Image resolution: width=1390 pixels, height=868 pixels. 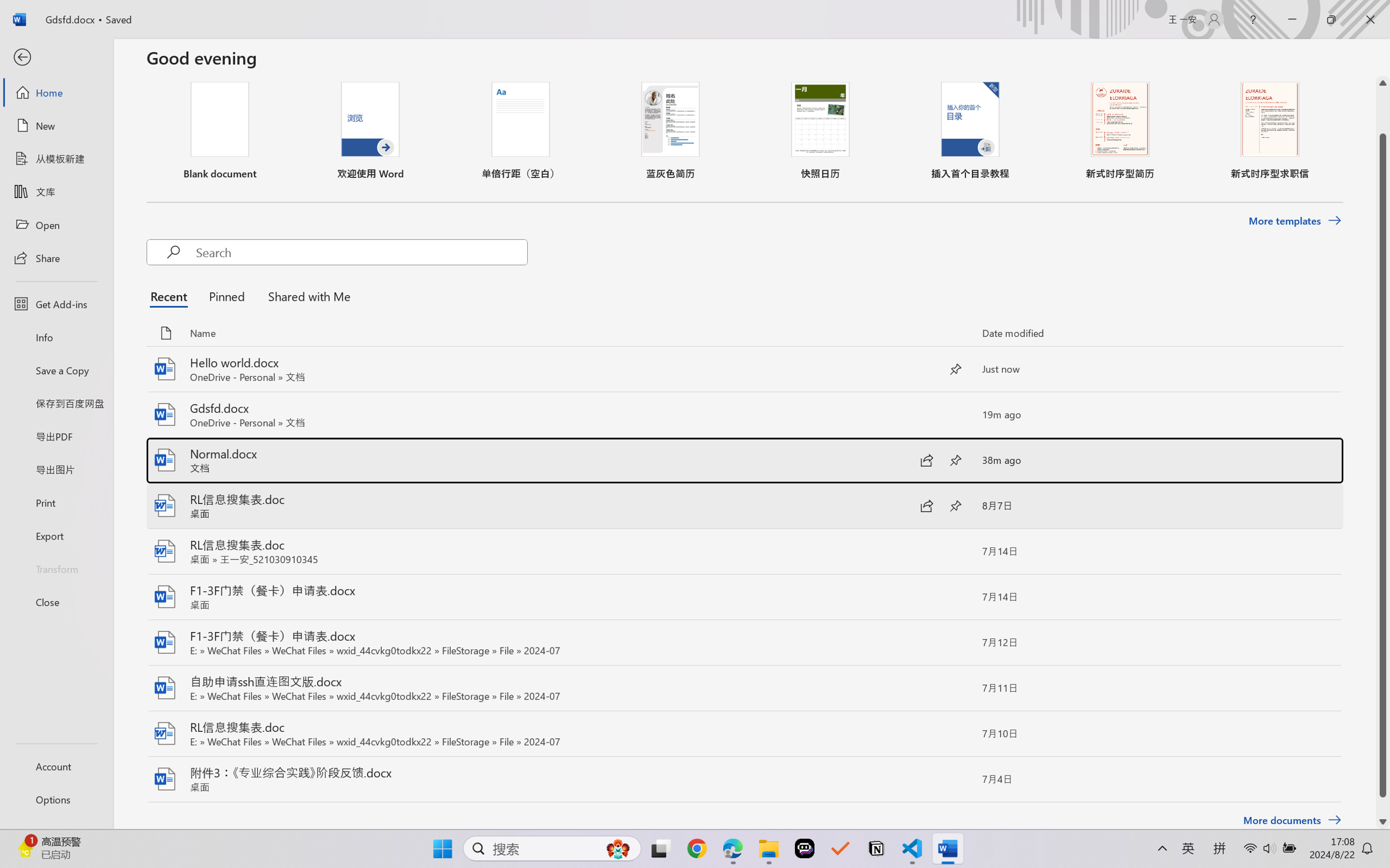 I want to click on 'Options', so click(x=56, y=799).